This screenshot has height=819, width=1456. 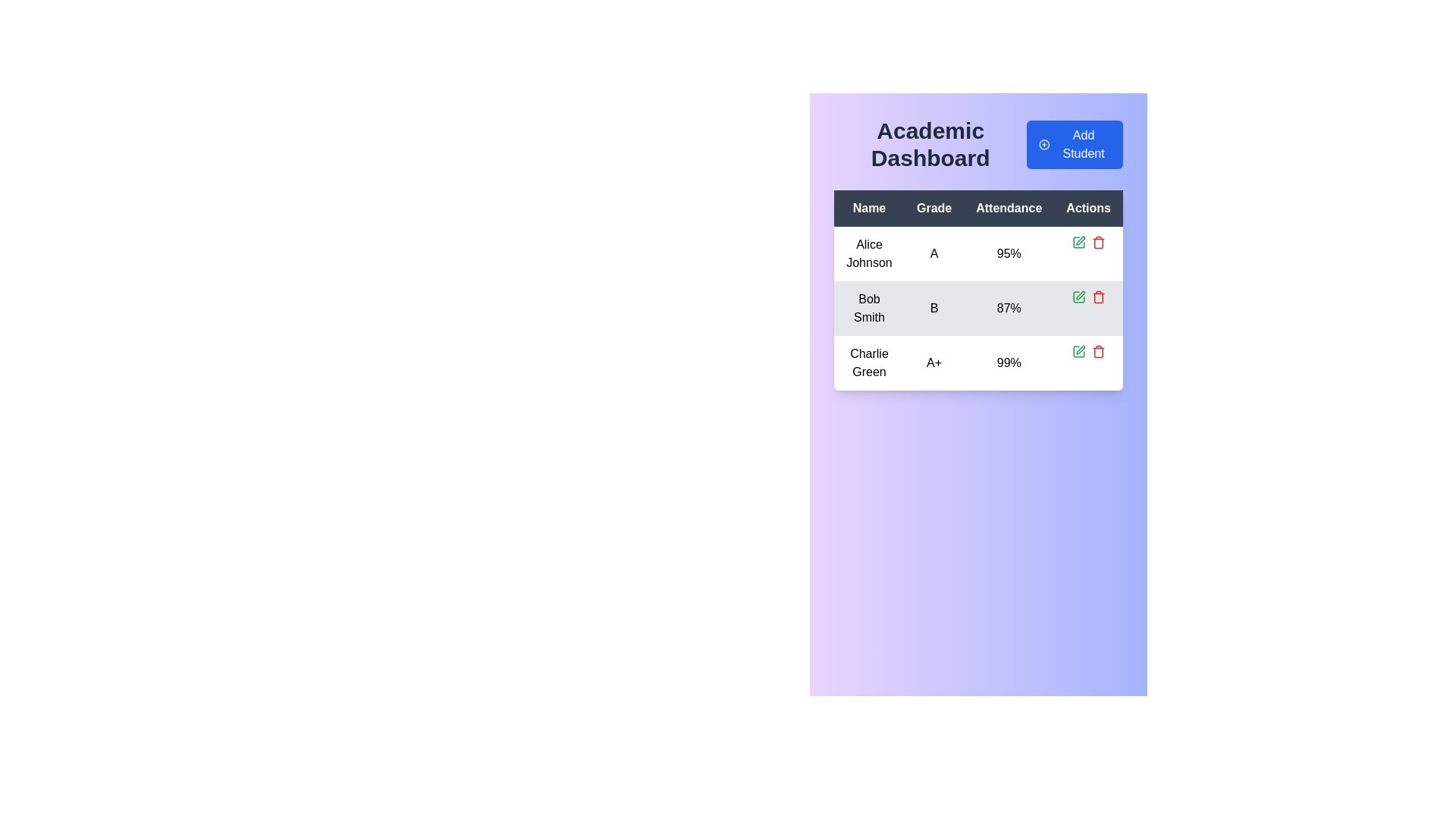 I want to click on the text label displaying 'Bob Smith' located in the second row under the 'Name' header of a table, so click(x=869, y=308).